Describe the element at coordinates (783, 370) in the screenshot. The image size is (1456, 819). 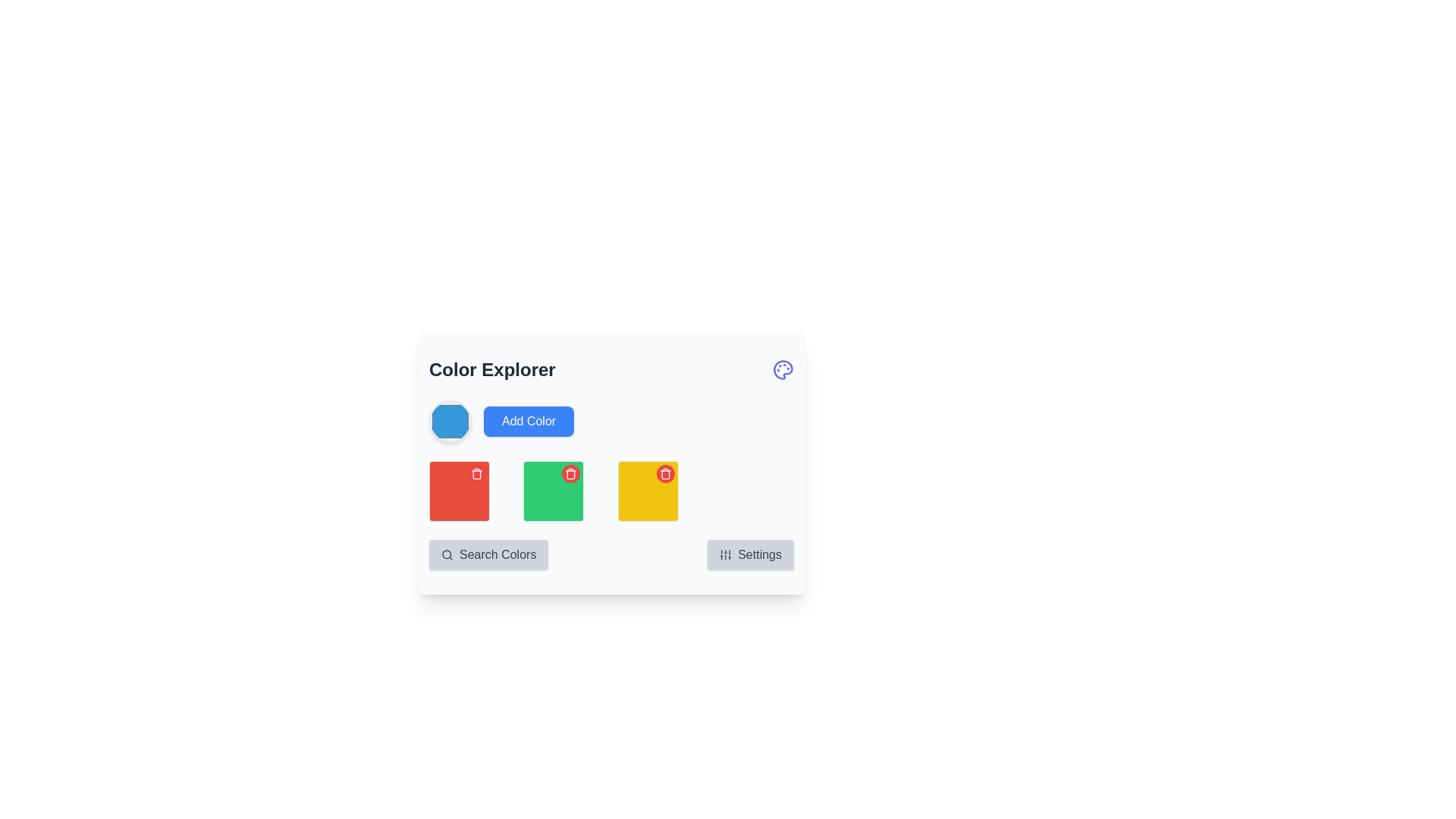
I see `the circular color palette icon located in the top right corner of the main panel` at that location.